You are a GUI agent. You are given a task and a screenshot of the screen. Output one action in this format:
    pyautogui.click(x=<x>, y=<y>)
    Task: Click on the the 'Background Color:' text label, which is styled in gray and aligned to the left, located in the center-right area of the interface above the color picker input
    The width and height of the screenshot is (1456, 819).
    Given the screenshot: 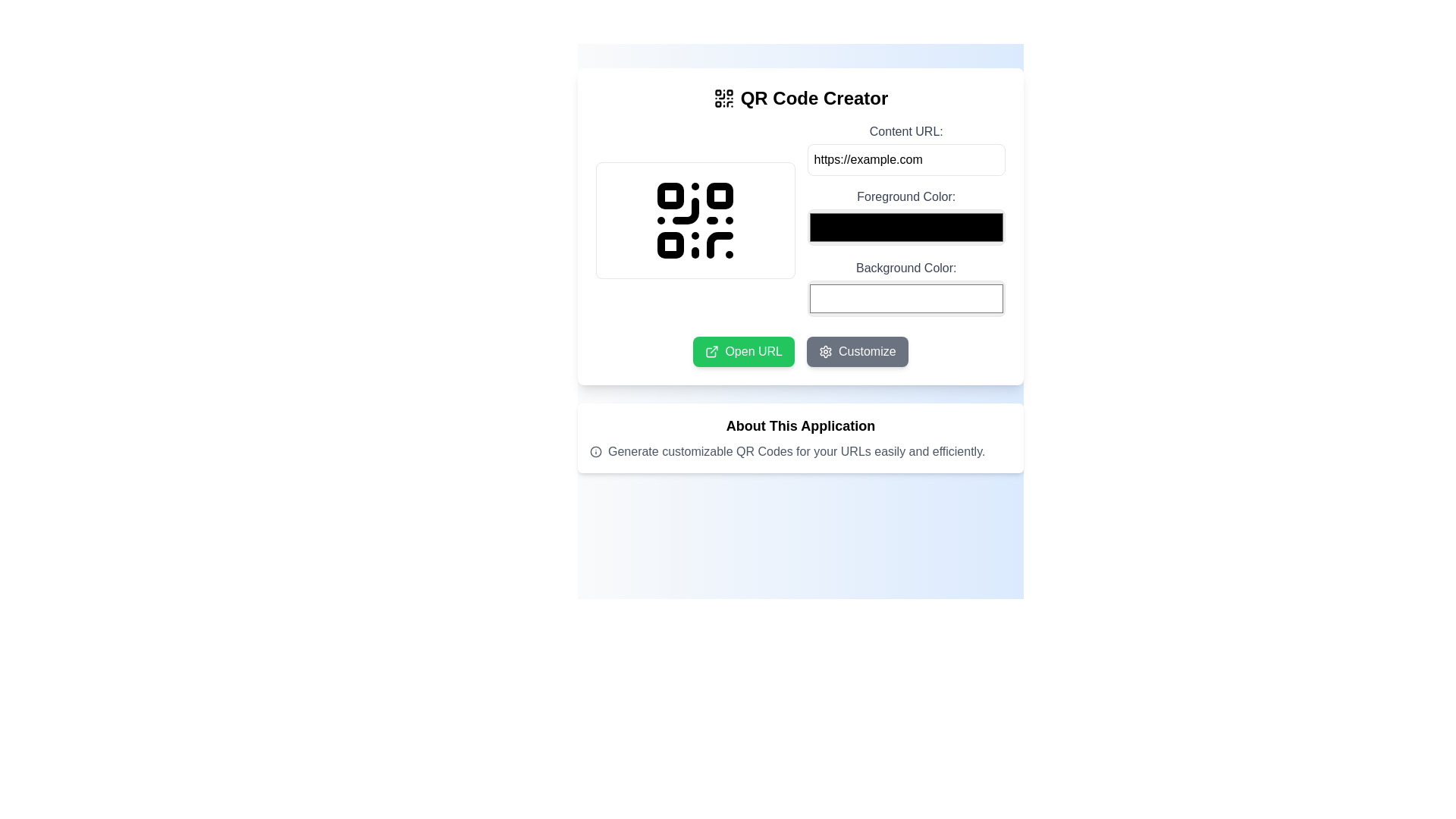 What is the action you would take?
    pyautogui.click(x=906, y=267)
    